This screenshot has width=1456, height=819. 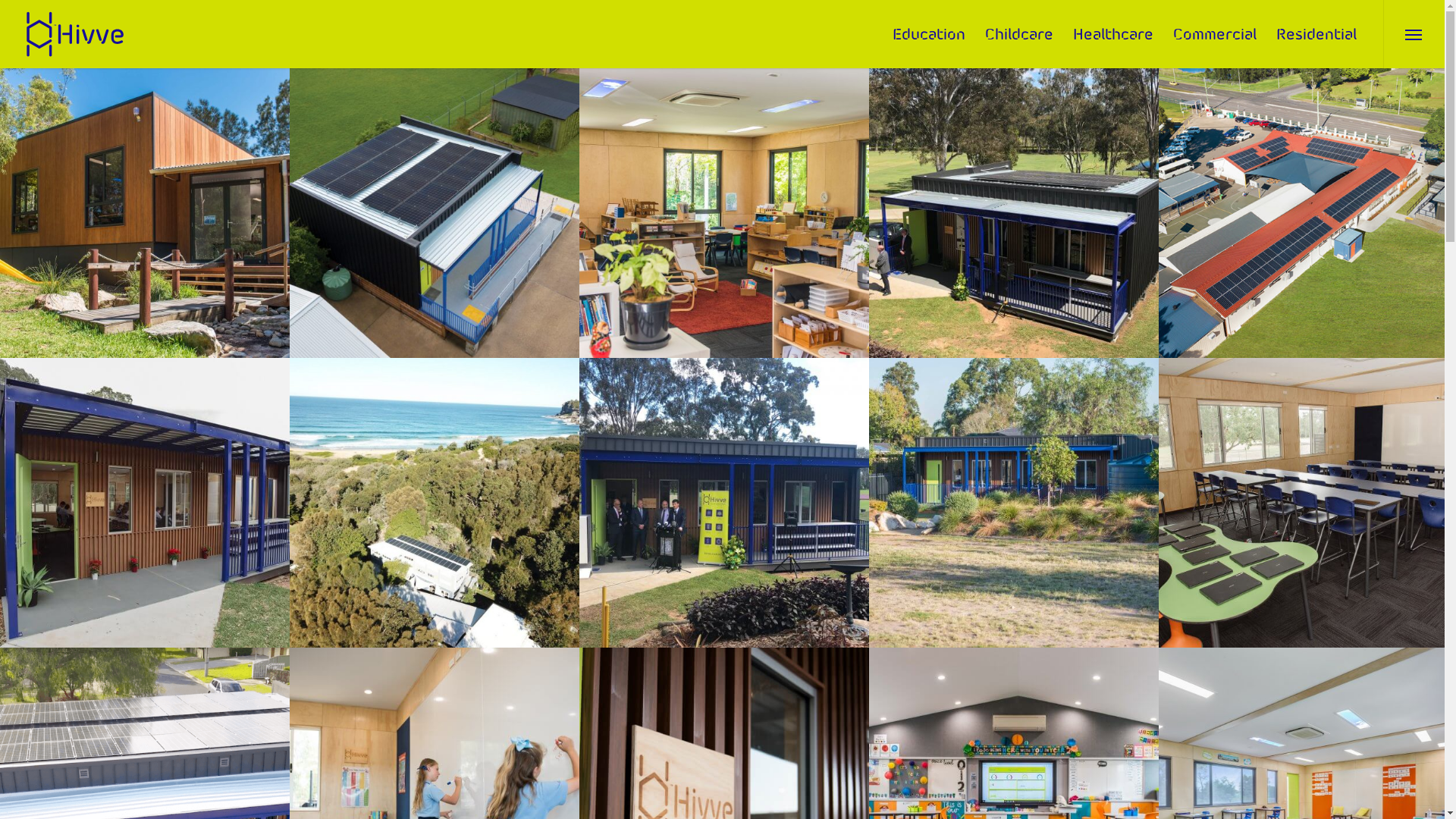 What do you see at coordinates (1316, 34) in the screenshot?
I see `'Residential'` at bounding box center [1316, 34].